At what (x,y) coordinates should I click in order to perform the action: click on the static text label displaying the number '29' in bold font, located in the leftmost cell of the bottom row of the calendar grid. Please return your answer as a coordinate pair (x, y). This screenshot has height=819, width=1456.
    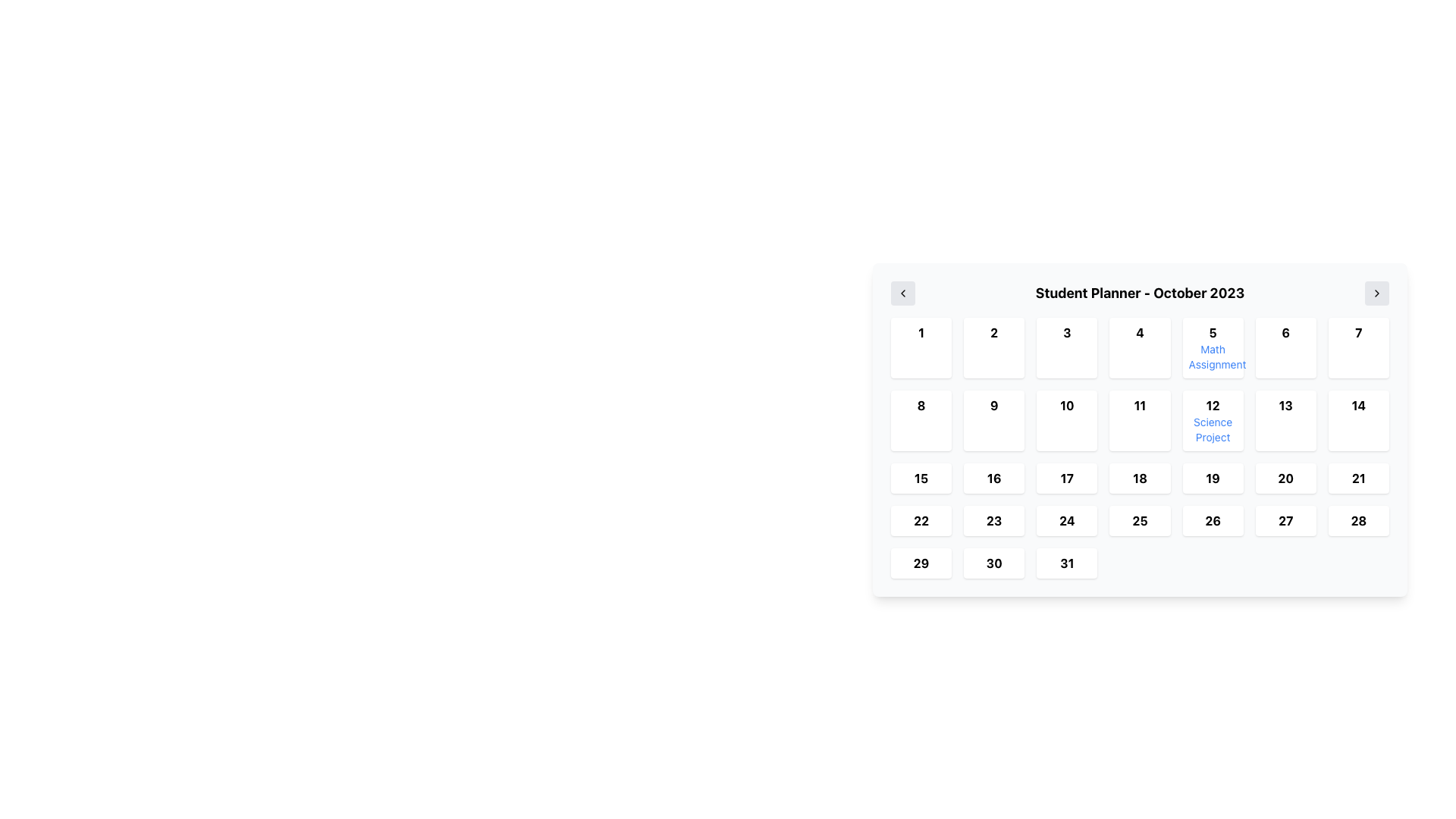
    Looking at the image, I should click on (920, 563).